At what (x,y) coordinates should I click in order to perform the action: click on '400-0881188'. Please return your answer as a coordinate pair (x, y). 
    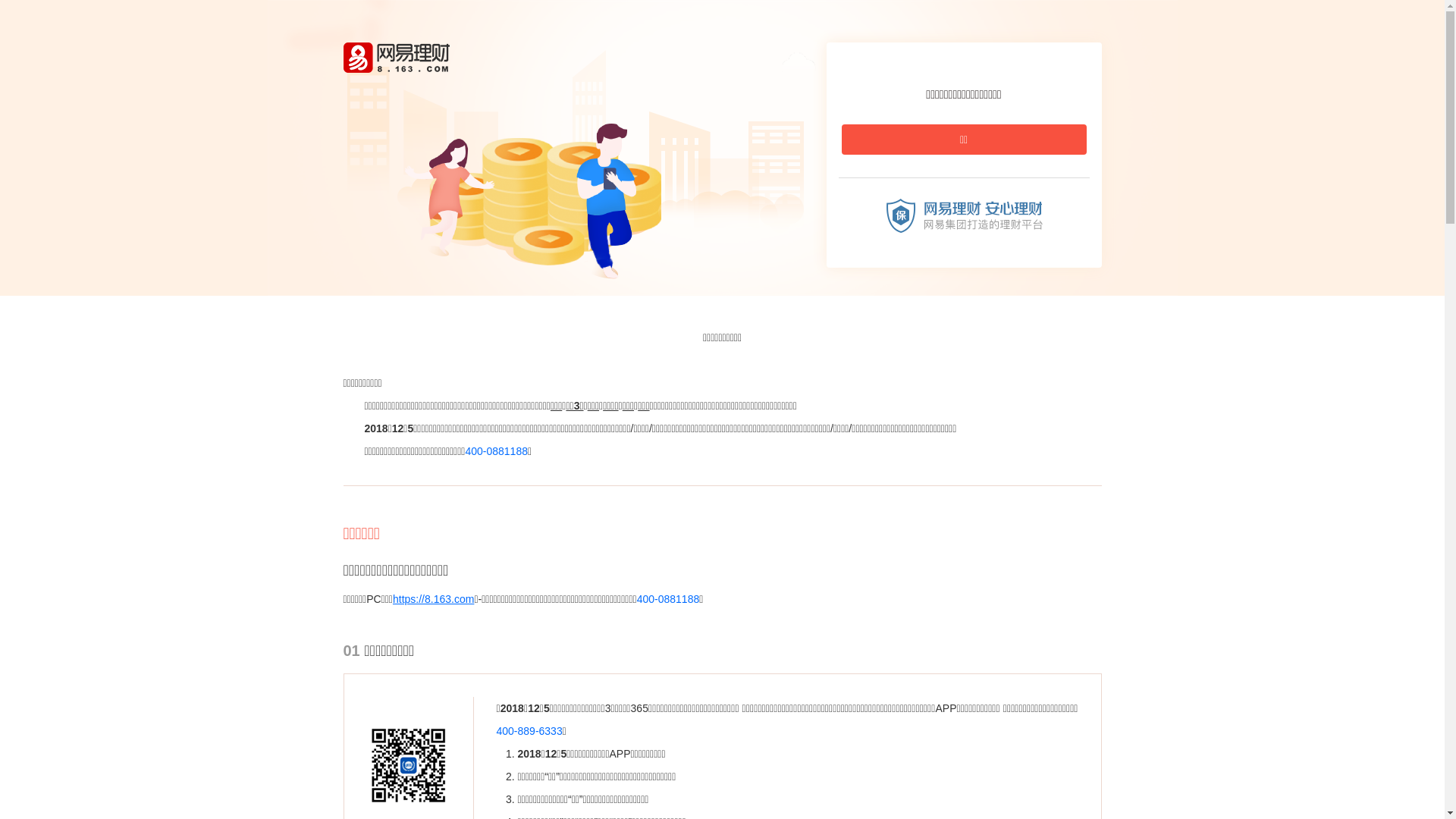
    Looking at the image, I should click on (496, 450).